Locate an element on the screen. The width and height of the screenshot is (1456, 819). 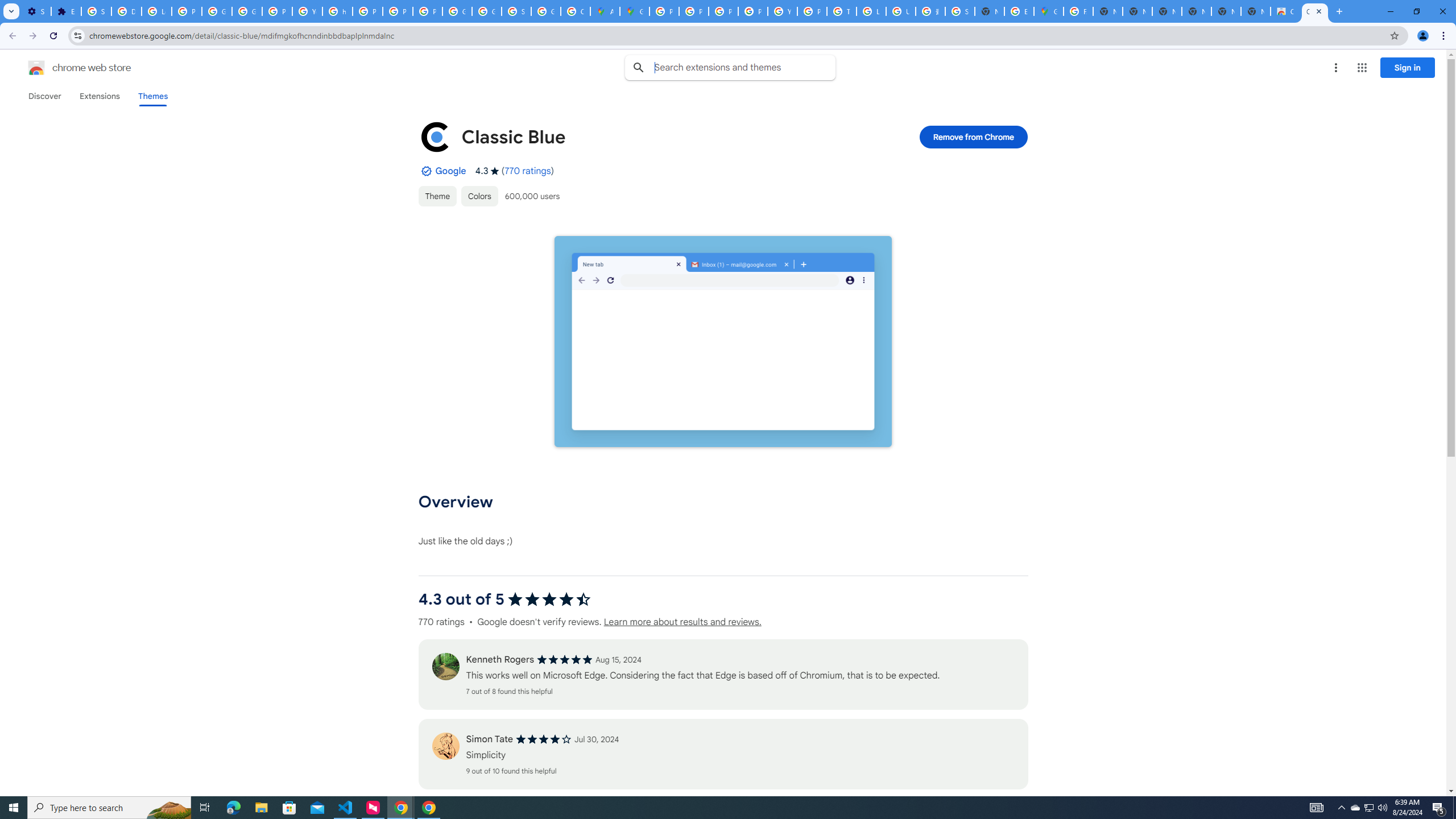
'Chrome Web Store logo' is located at coordinates (36, 67).